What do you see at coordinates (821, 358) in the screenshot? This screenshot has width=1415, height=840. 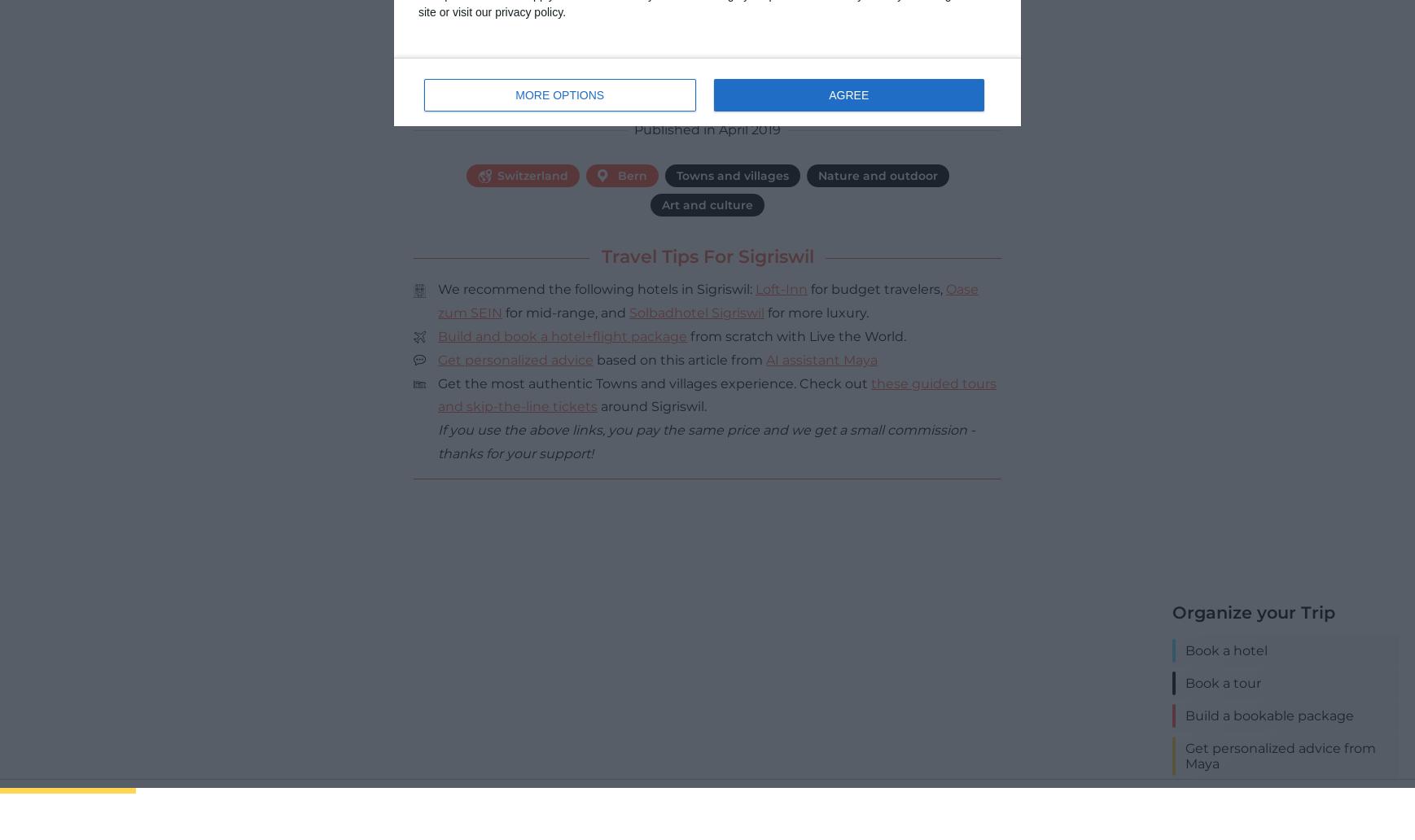 I see `'AI assistant Maya'` at bounding box center [821, 358].